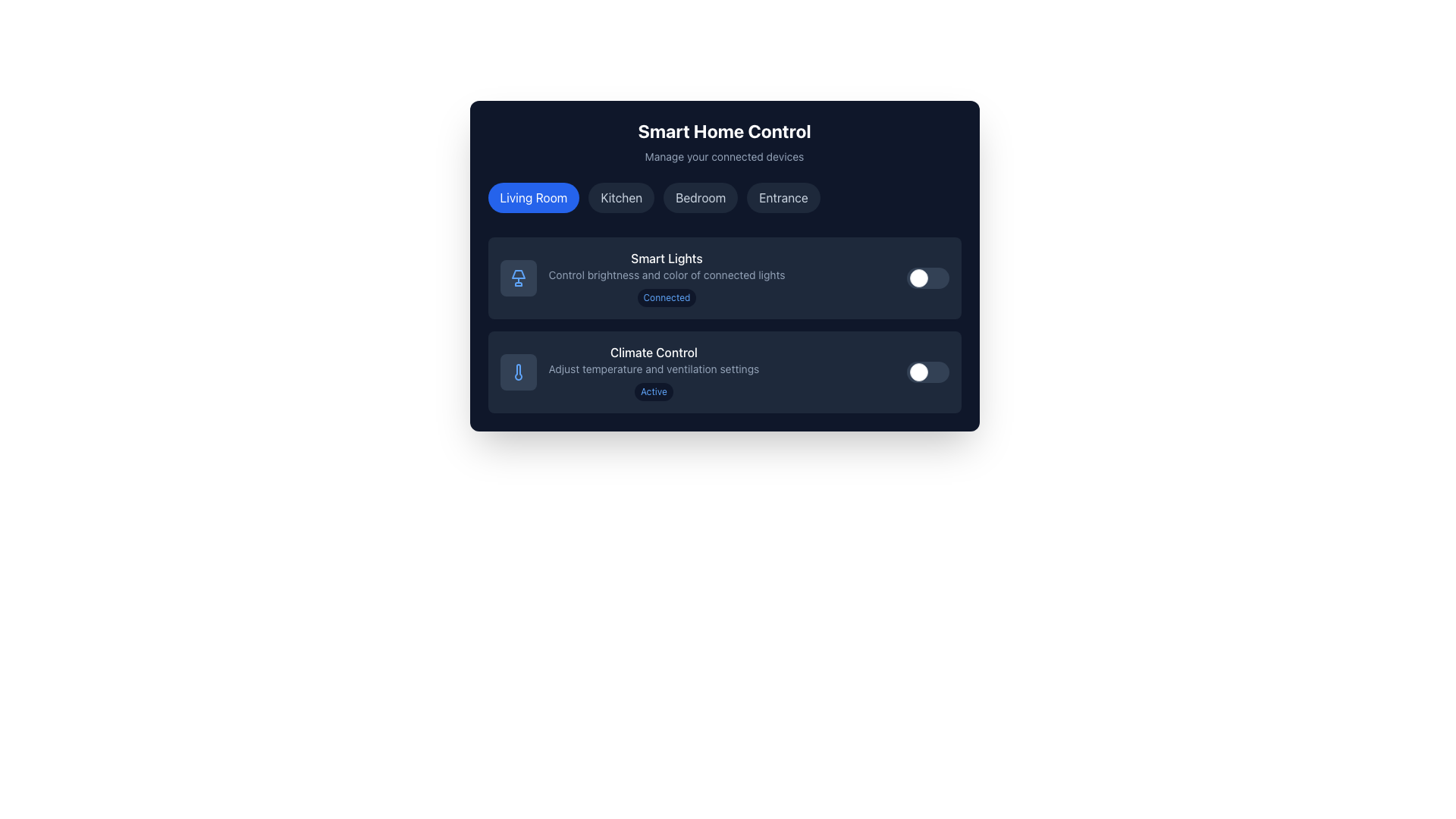 This screenshot has width=1456, height=819. I want to click on information displayed in the 'Climate Control' informational panel, which includes the title, subtitle, and status badge, so click(654, 372).